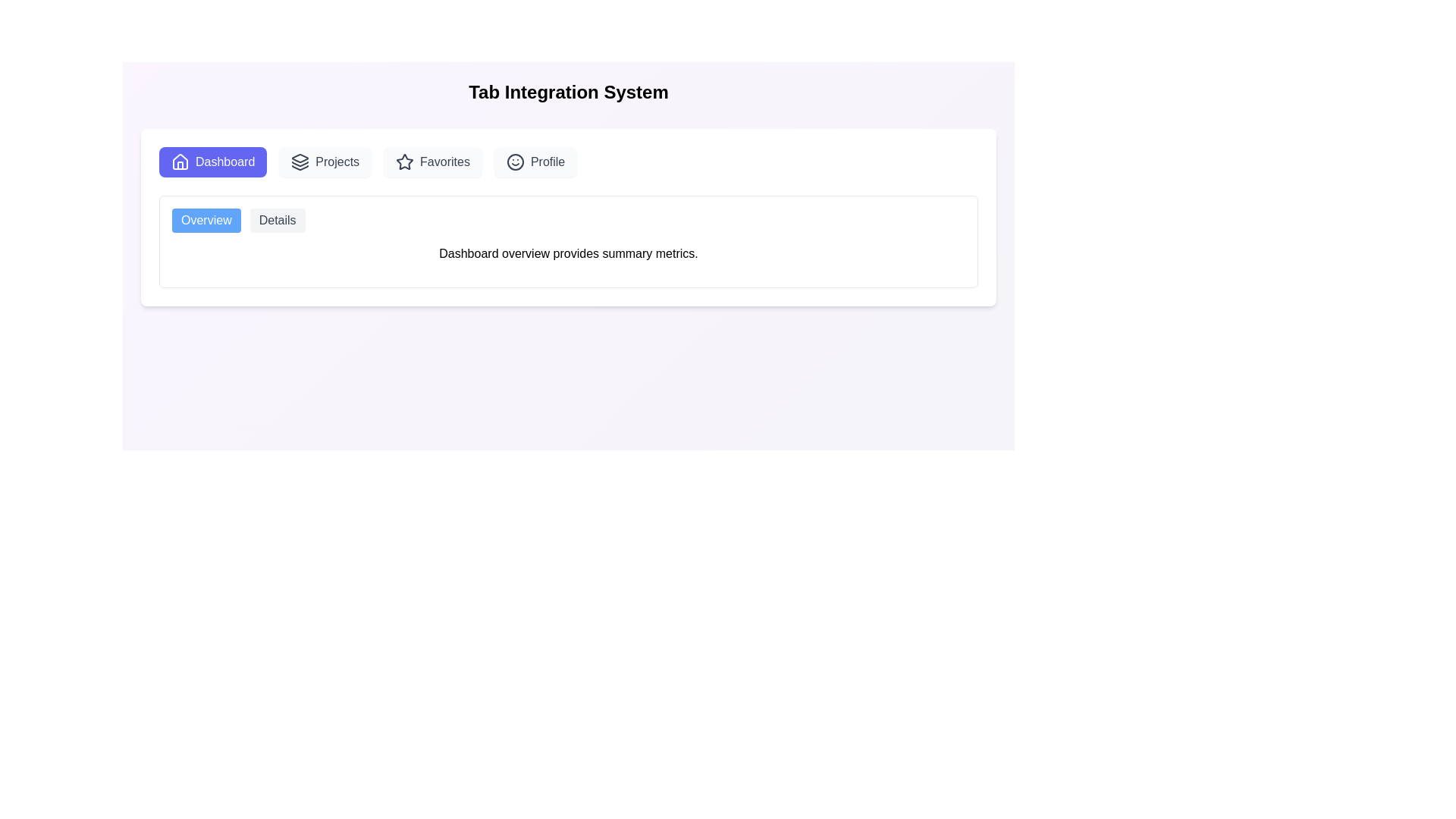 This screenshot has width=1456, height=819. What do you see at coordinates (567, 93) in the screenshot?
I see `the static text heading that displays 'Tab Integration System', which is bold and centered at the top of the interface` at bounding box center [567, 93].